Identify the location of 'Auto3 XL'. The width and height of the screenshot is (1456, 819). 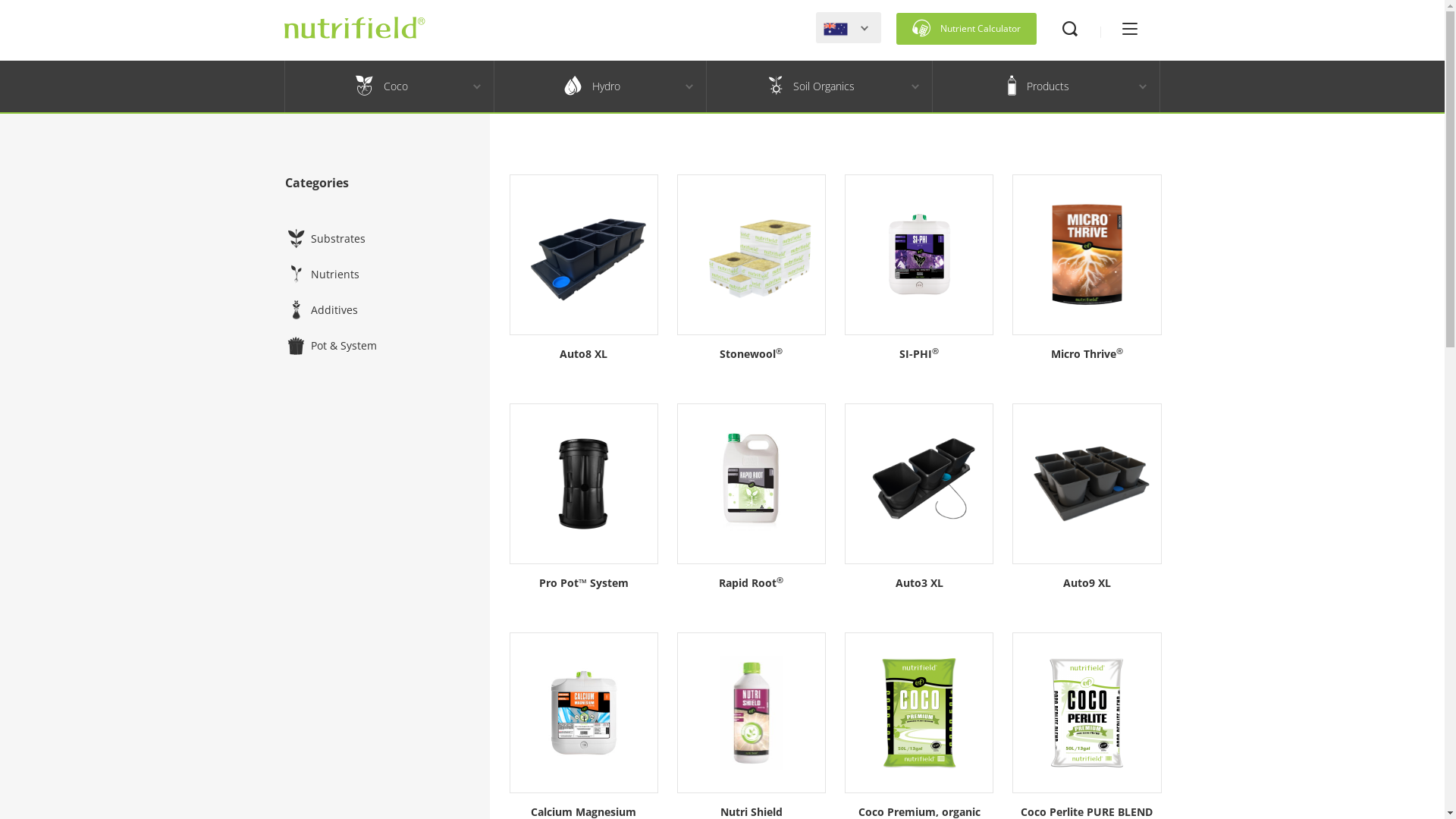
(918, 513).